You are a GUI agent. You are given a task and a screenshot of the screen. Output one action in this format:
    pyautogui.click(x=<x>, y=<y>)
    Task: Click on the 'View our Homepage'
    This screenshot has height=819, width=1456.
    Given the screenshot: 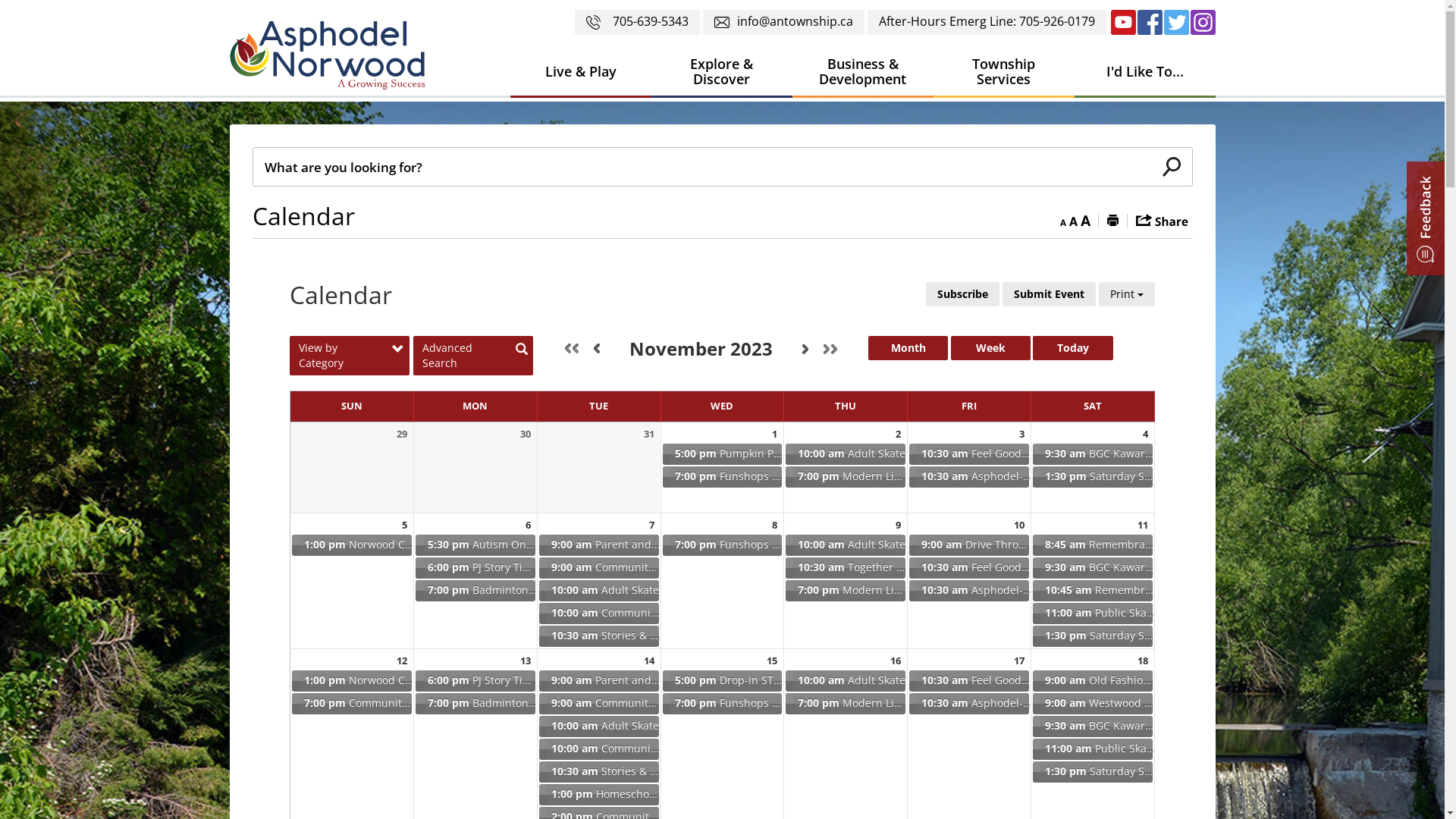 What is the action you would take?
    pyautogui.click(x=331, y=58)
    